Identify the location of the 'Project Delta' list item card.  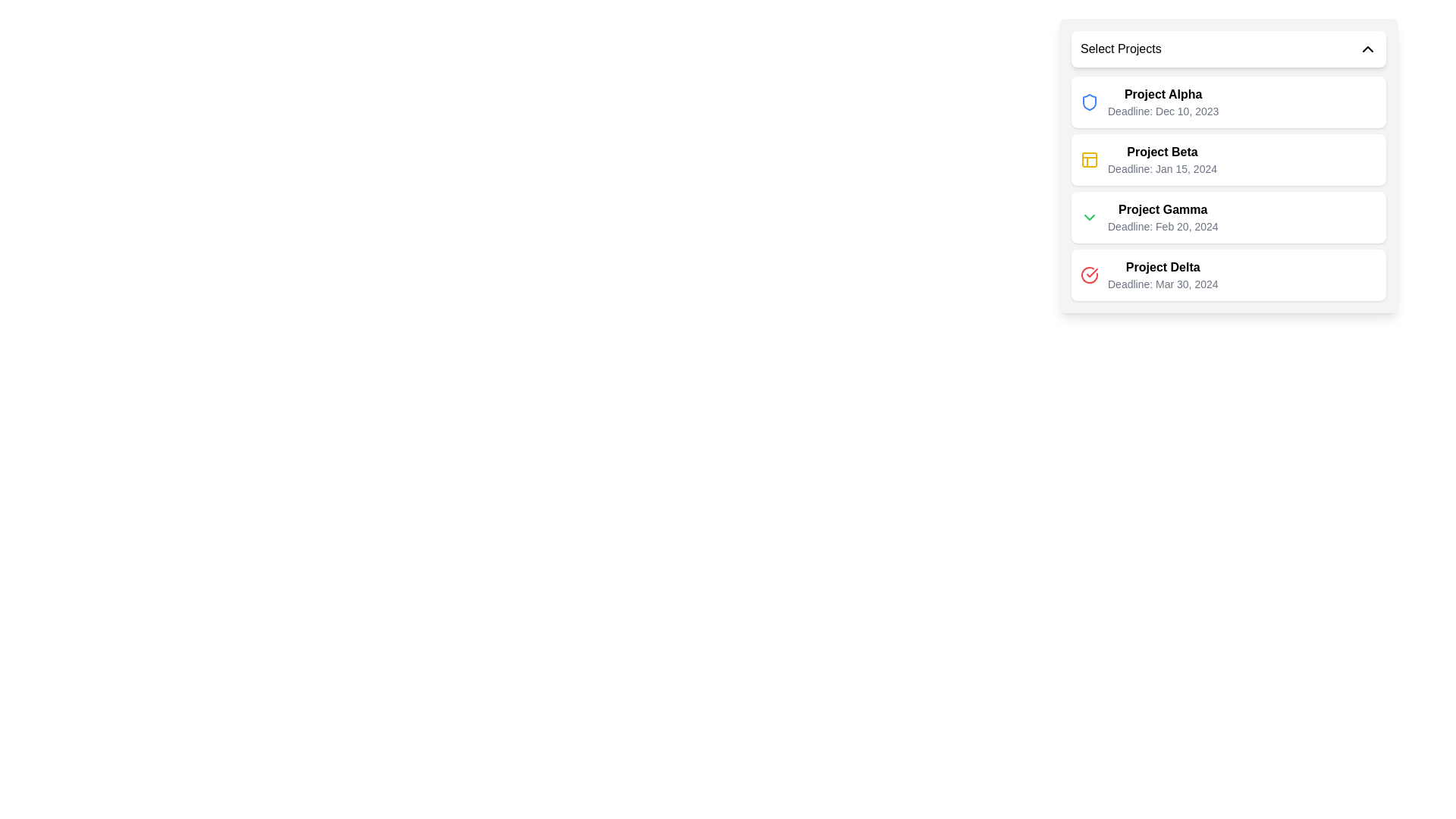
(1228, 275).